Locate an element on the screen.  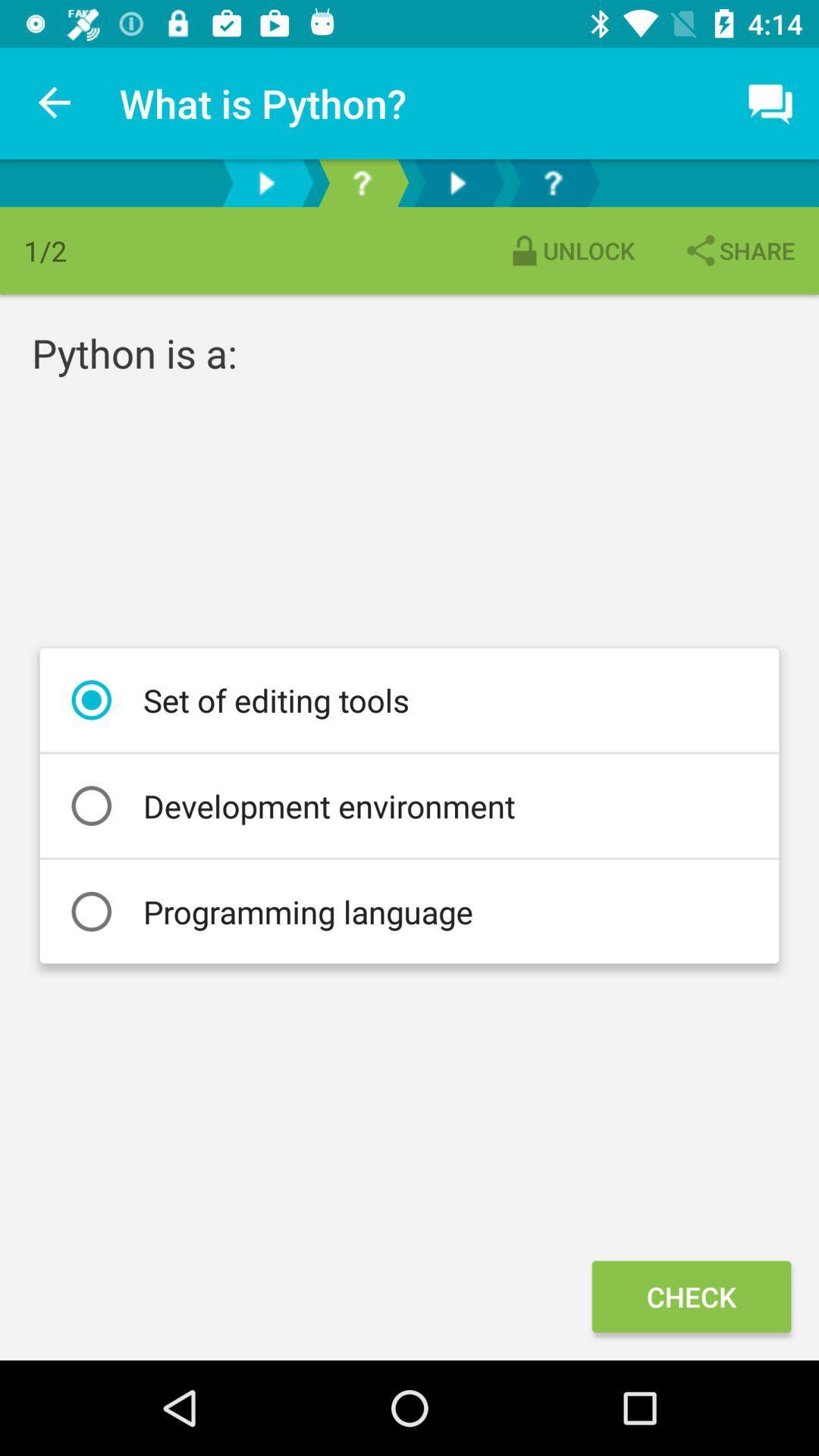
the help icon is located at coordinates (362, 182).